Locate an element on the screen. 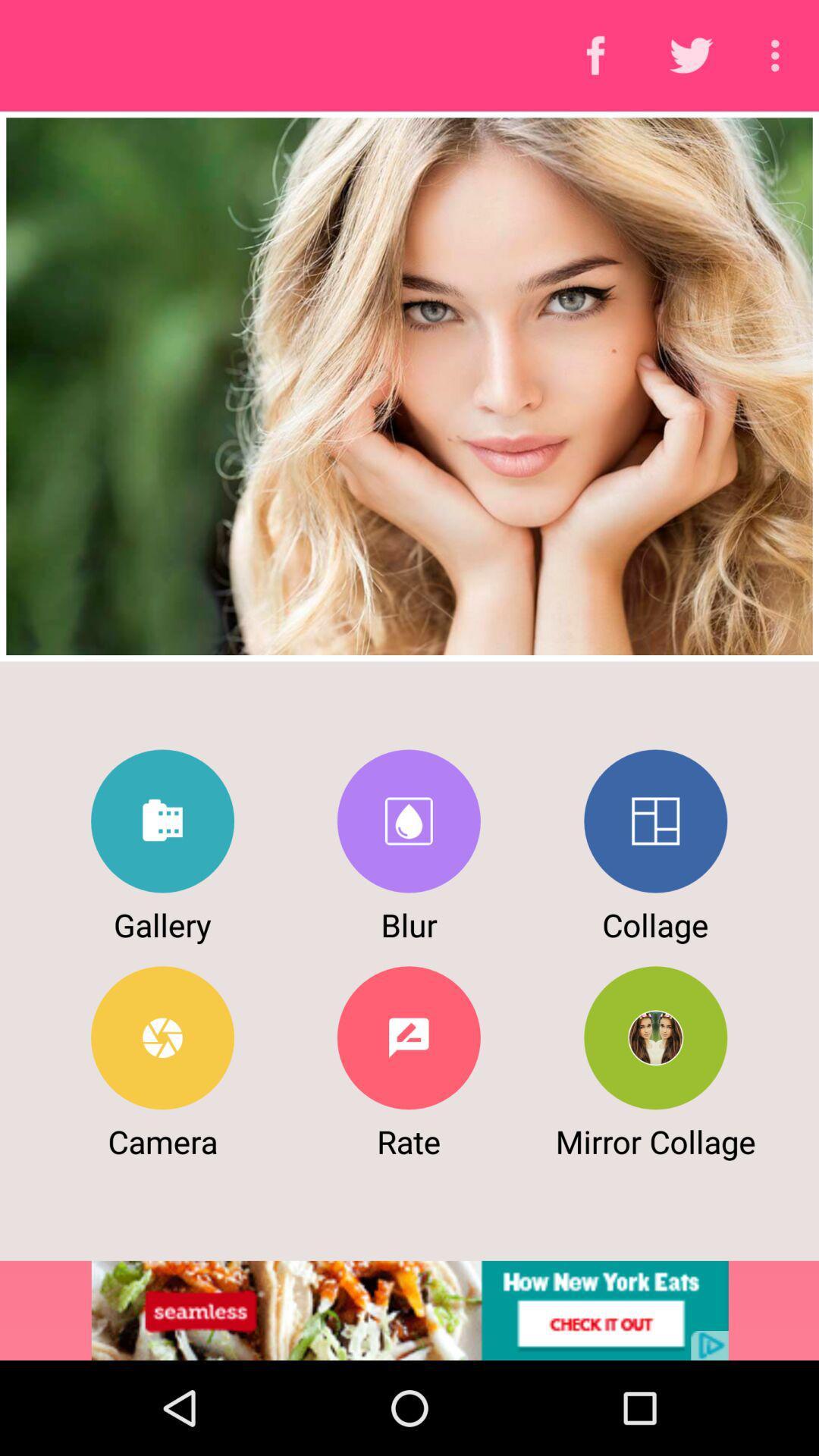 This screenshot has height=1456, width=819. announcement is located at coordinates (409, 1310).